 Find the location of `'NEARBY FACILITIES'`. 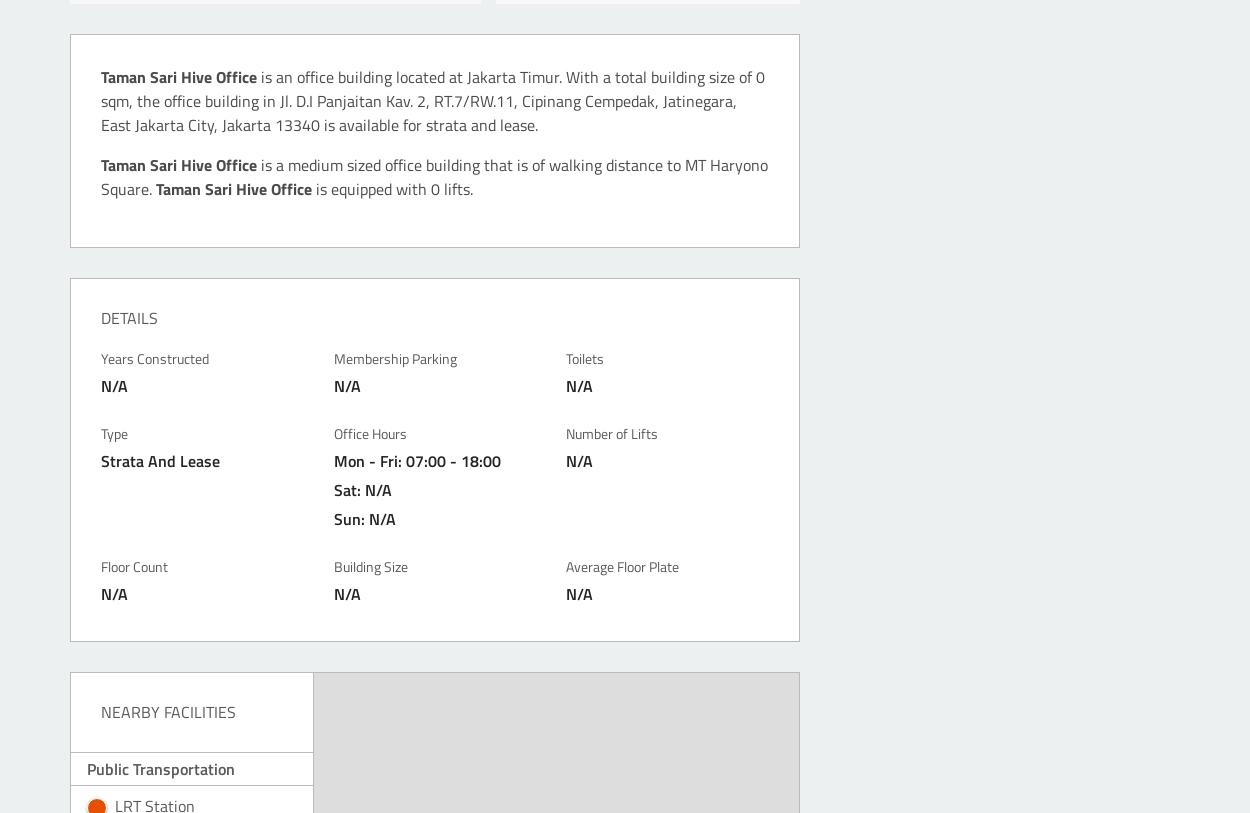

'NEARBY FACILITIES' is located at coordinates (168, 710).